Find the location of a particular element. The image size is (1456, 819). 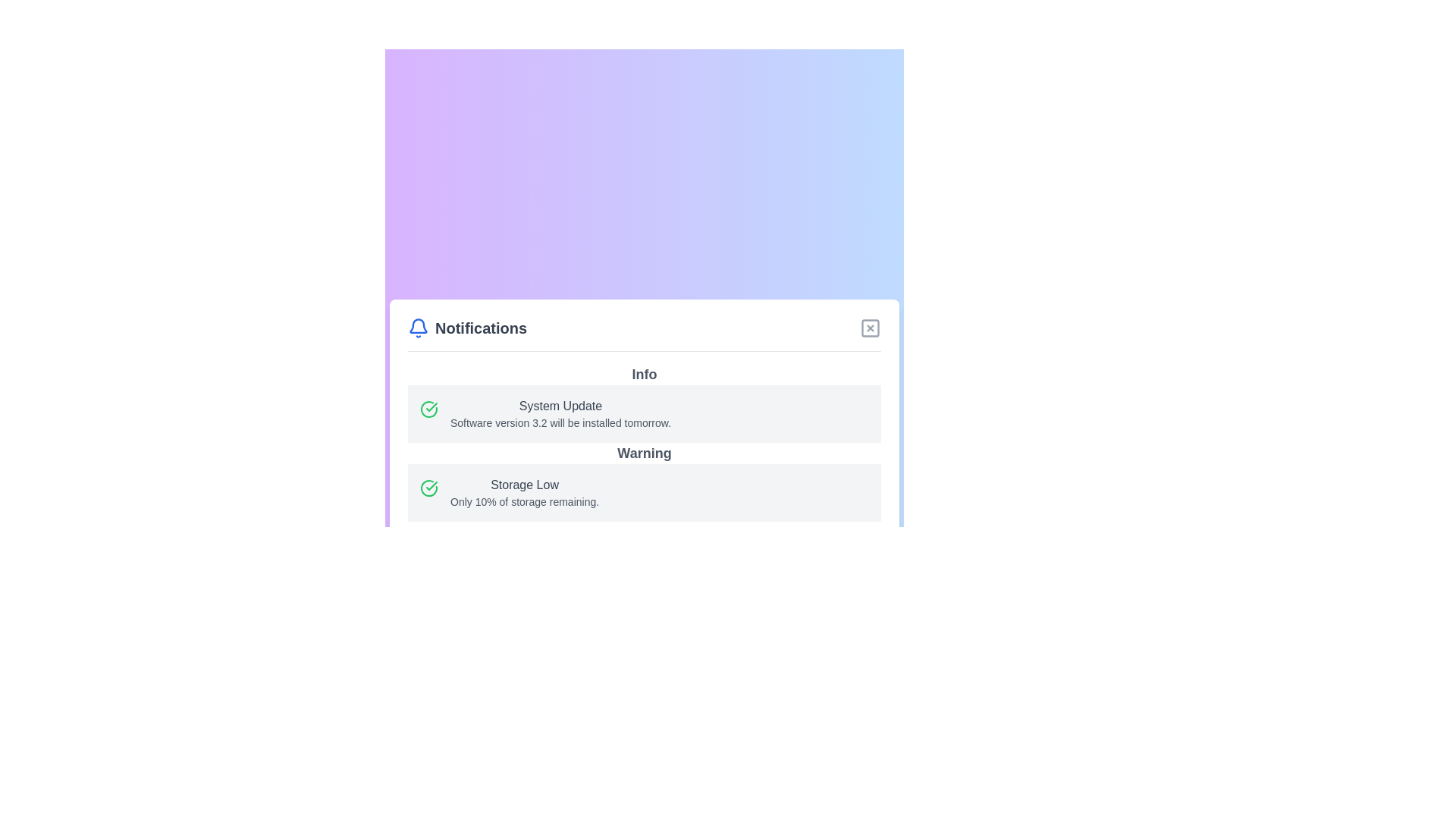

the warning notification regarding storage capacity, which is the second notification in the notification panel, positioned below the 'Info' notification is located at coordinates (644, 482).